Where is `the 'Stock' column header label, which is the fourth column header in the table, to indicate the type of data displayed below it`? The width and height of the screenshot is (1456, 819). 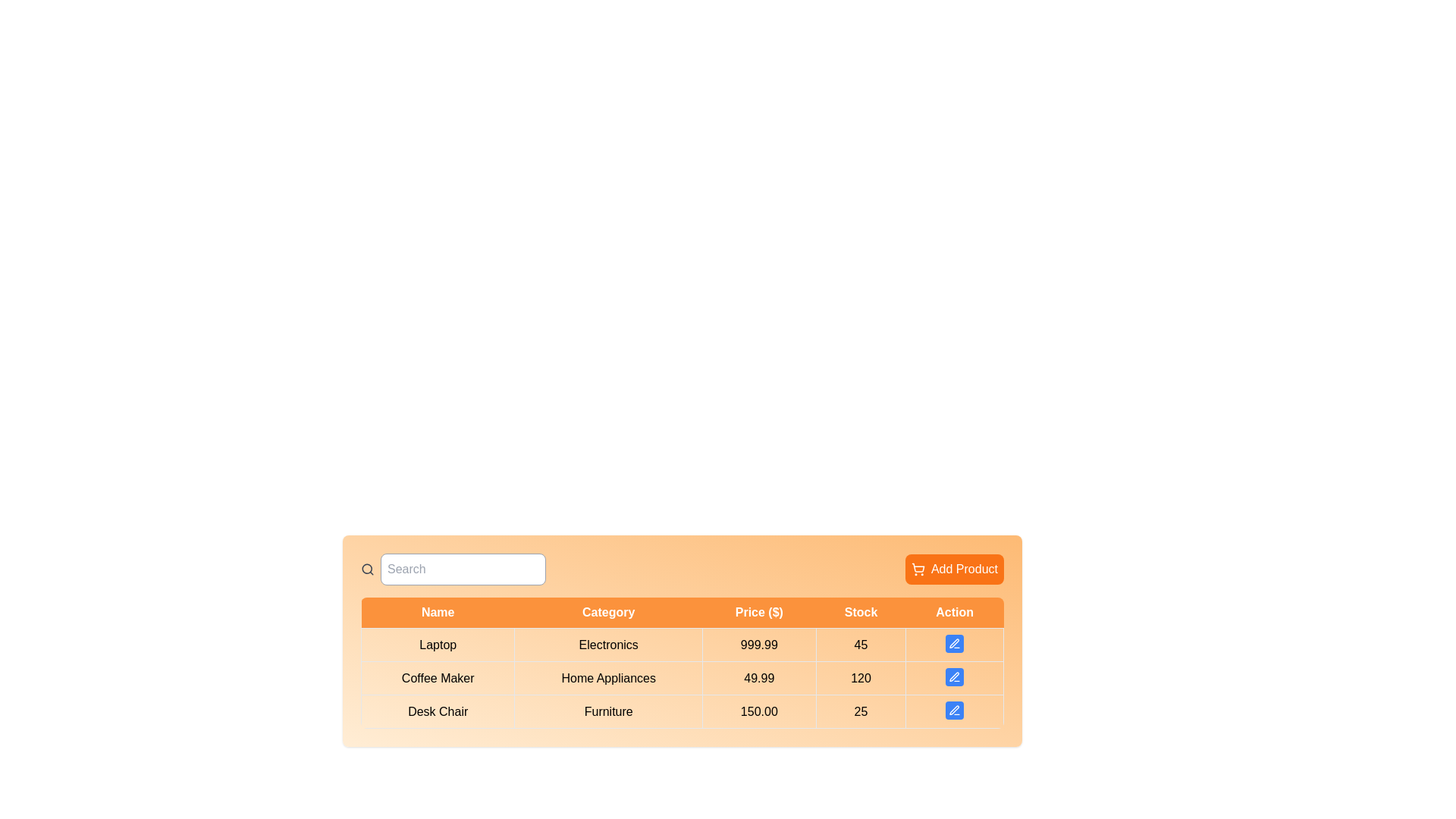 the 'Stock' column header label, which is the fourth column header in the table, to indicate the type of data displayed below it is located at coordinates (861, 612).